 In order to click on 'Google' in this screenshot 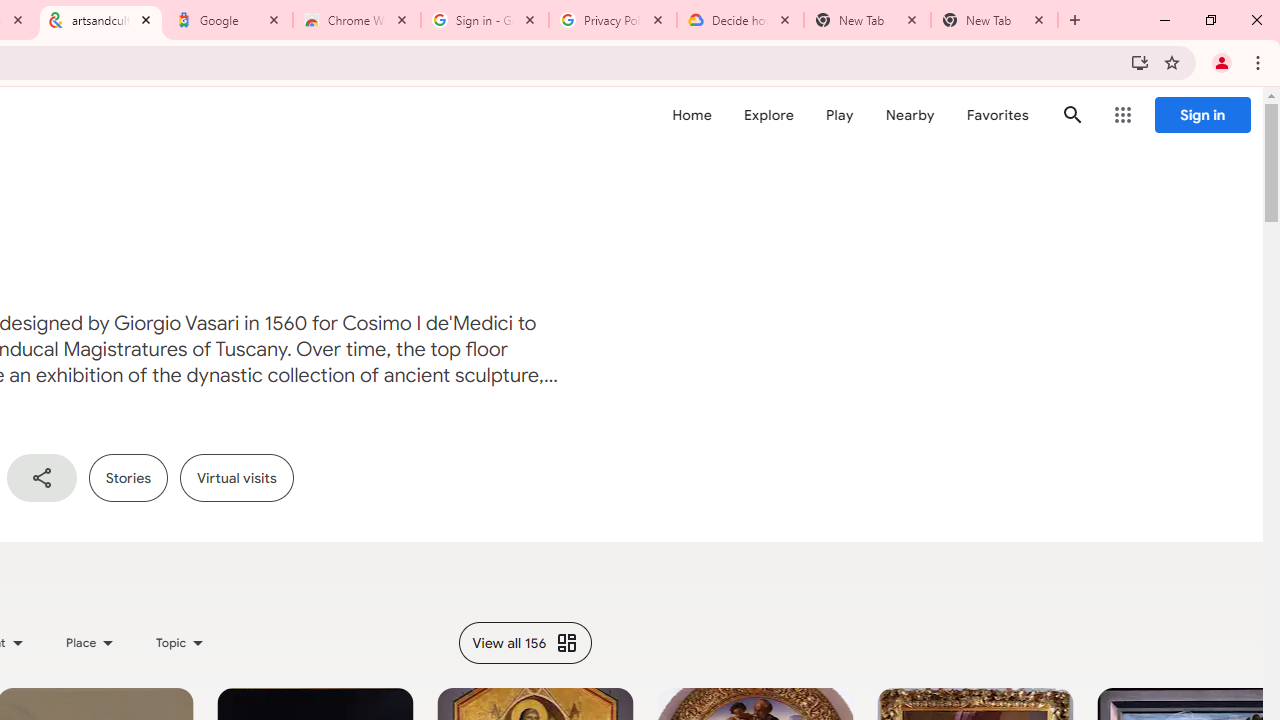, I will do `click(229, 20)`.